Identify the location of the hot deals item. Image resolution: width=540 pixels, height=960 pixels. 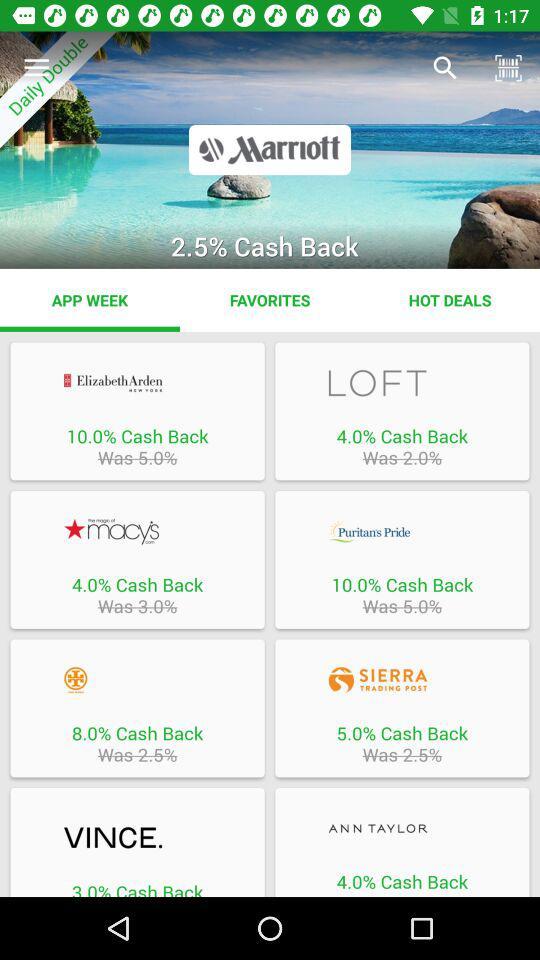
(449, 299).